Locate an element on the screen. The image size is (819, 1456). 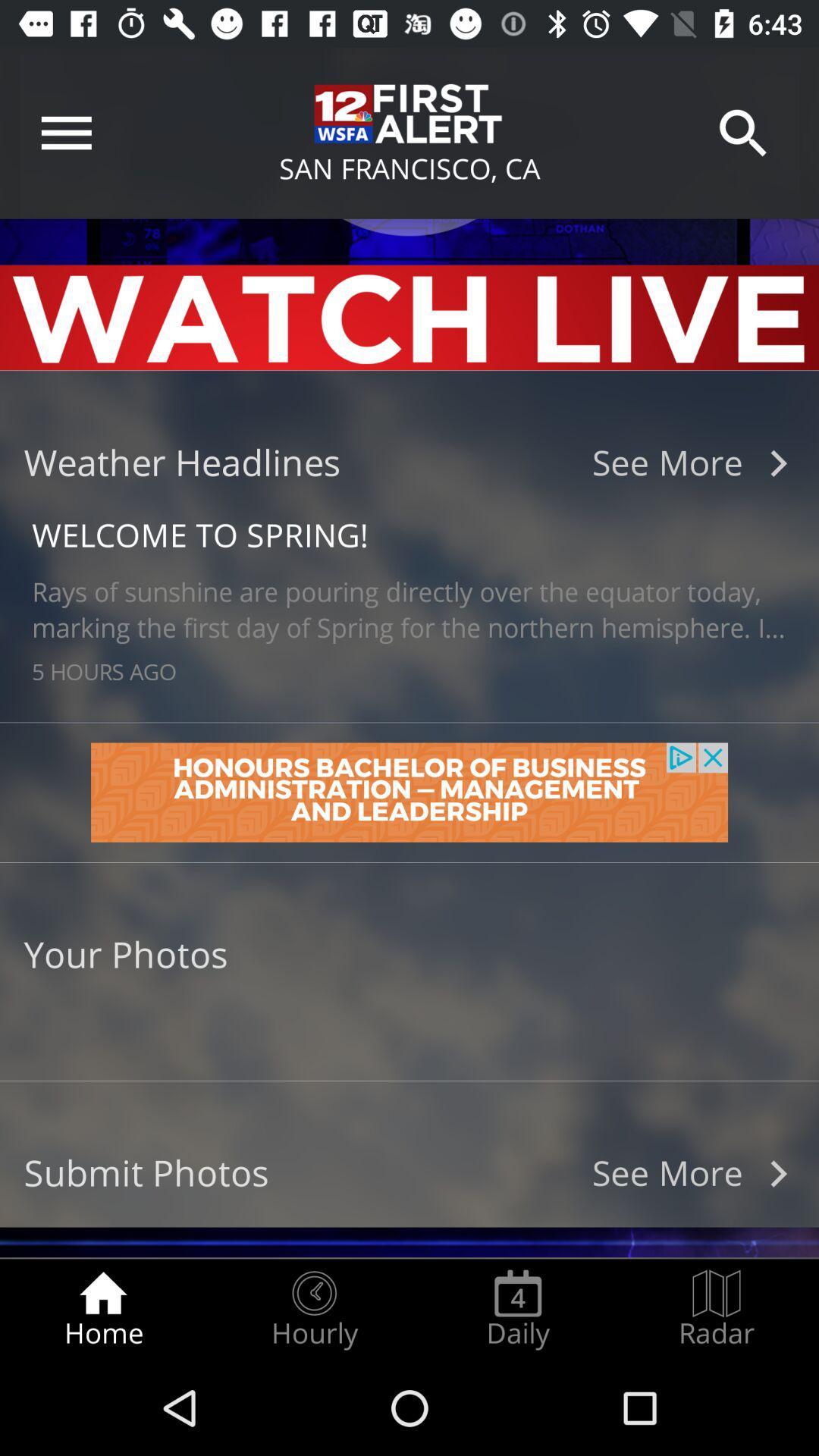
icon to the left of the radar icon is located at coordinates (517, 1309).